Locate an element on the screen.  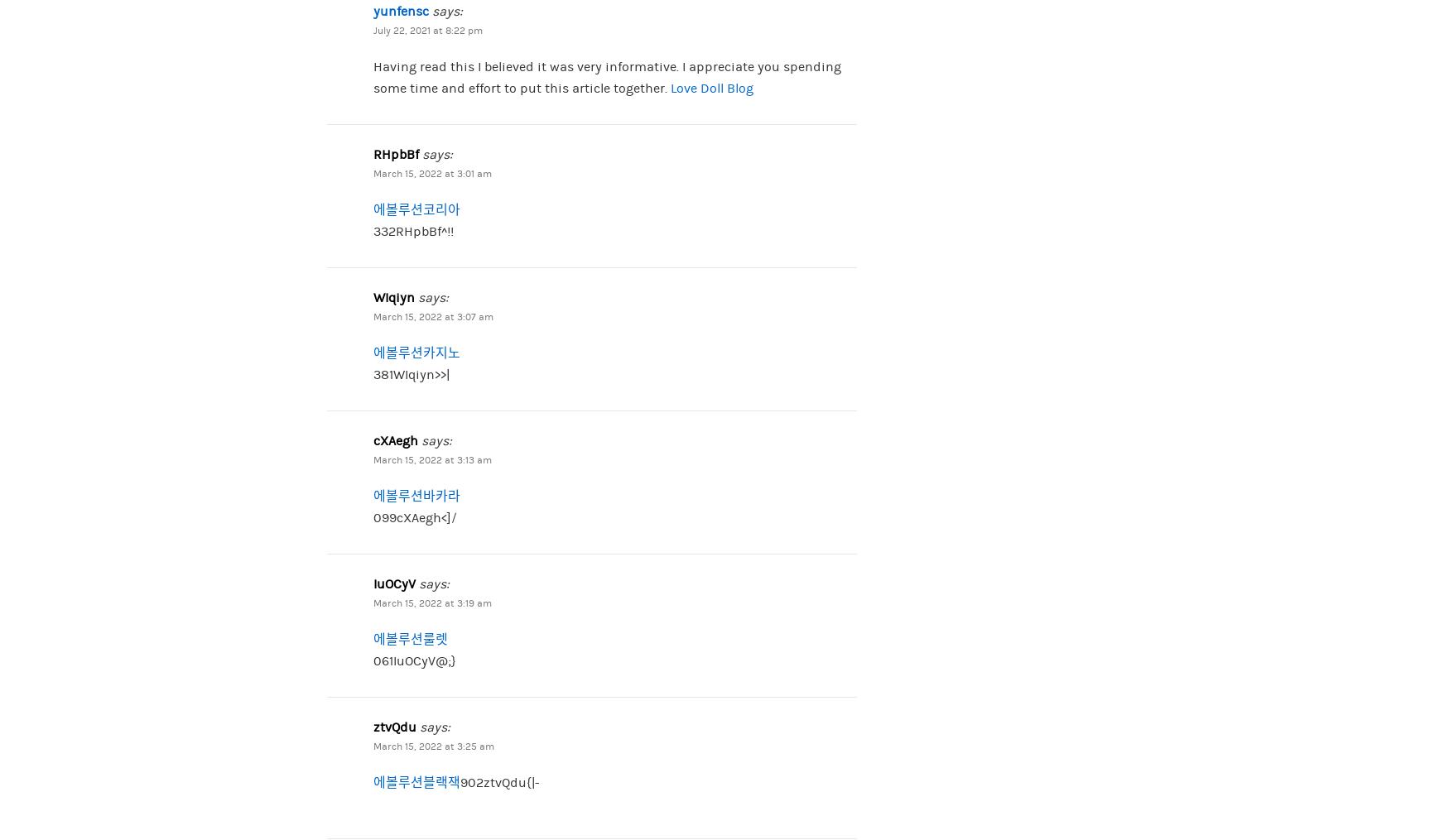
'March 15, 2022 at 3:13 am' is located at coordinates (373, 459).